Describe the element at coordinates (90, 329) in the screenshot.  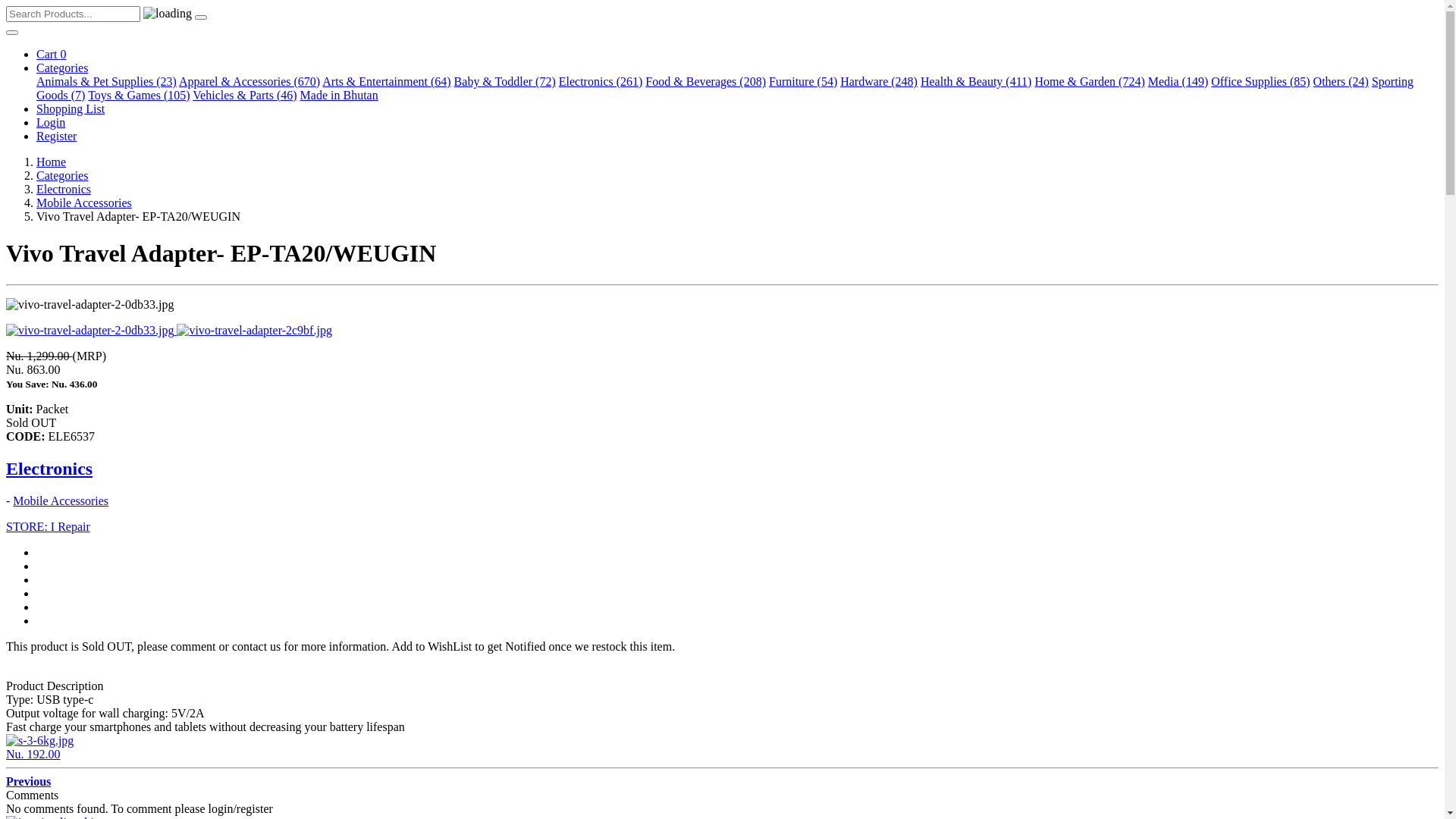
I see `'Vivo Travel Adapter- EP-TA20/WEUGIN'` at that location.